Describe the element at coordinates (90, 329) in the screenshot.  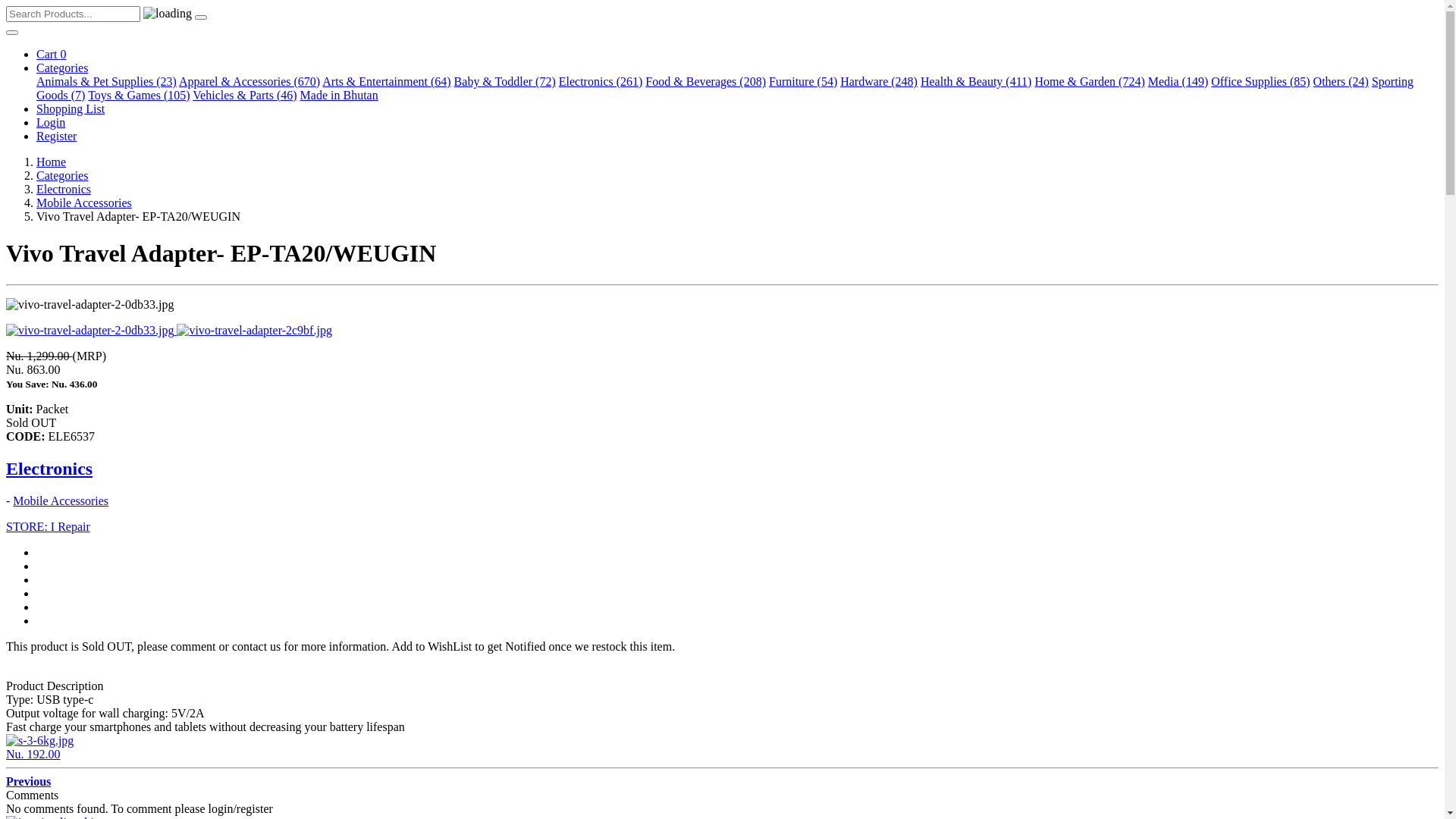
I see `'Vivo Travel Adapter- EP-TA20/WEUGIN'` at that location.